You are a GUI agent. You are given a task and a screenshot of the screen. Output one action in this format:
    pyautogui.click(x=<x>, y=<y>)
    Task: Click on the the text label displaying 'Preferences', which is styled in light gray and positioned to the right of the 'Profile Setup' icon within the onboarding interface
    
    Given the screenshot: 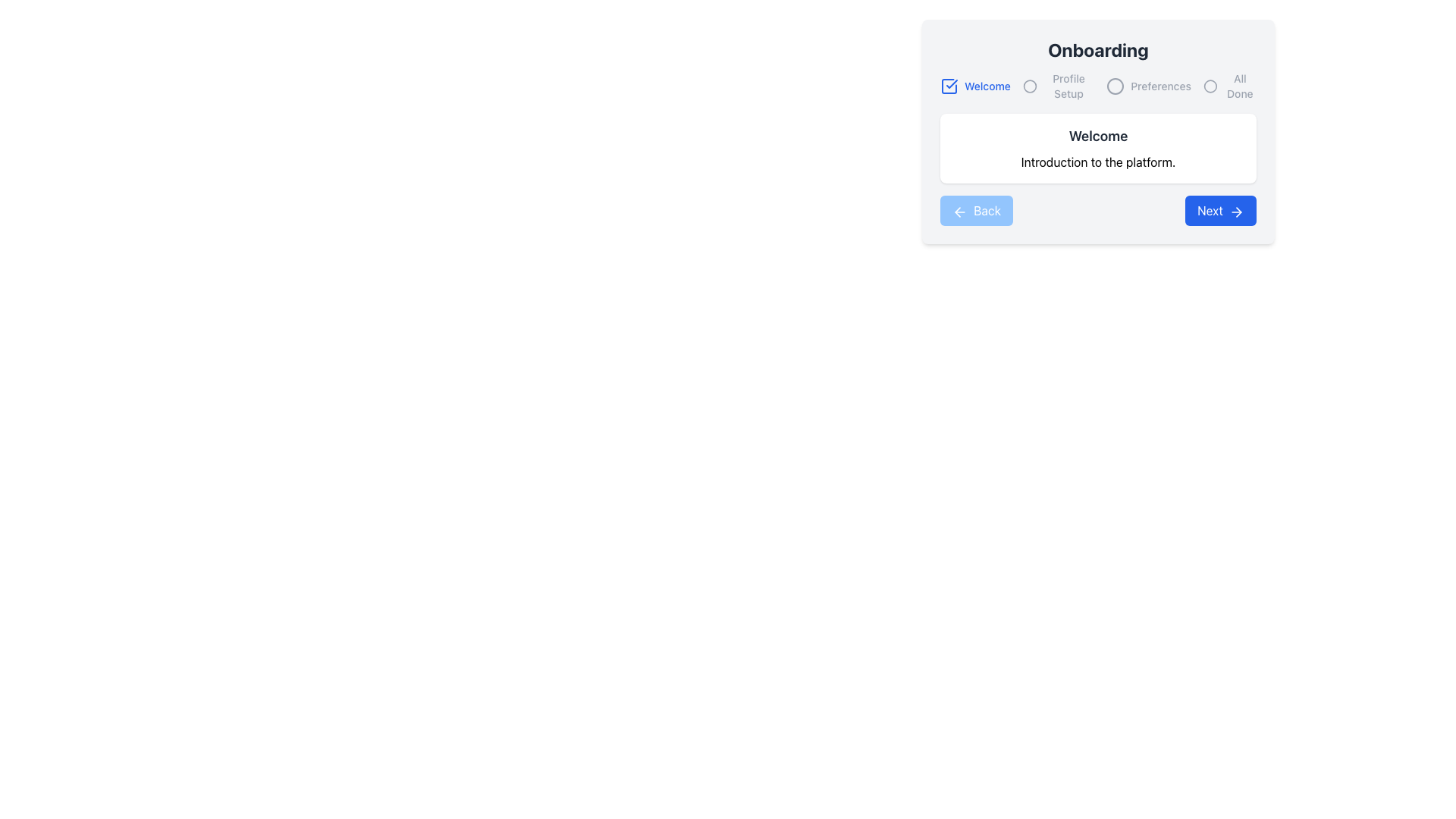 What is the action you would take?
    pyautogui.click(x=1160, y=86)
    